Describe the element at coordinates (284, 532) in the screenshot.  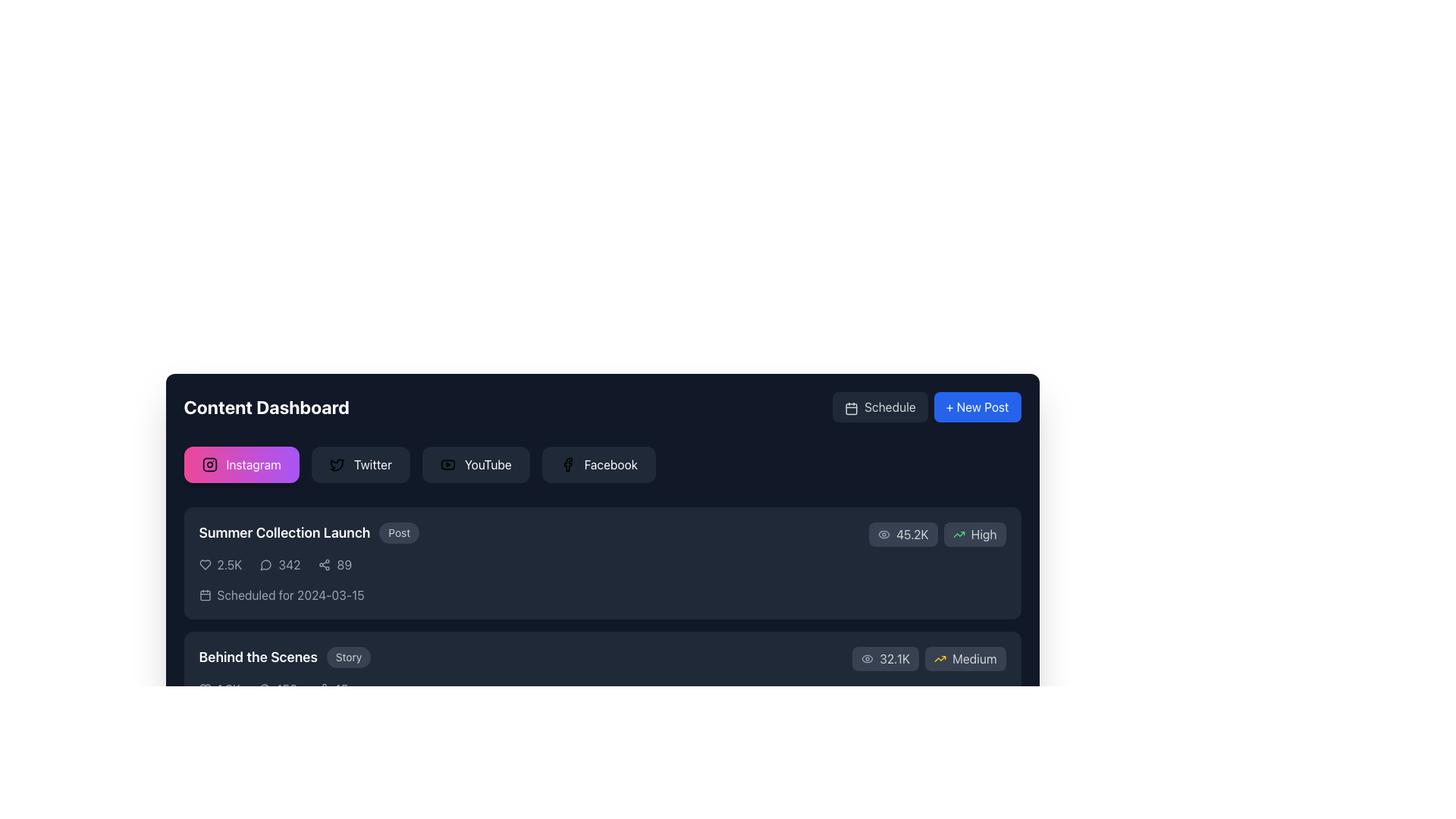
I see `the text label reading 'Summer Collection Launch'` at that location.